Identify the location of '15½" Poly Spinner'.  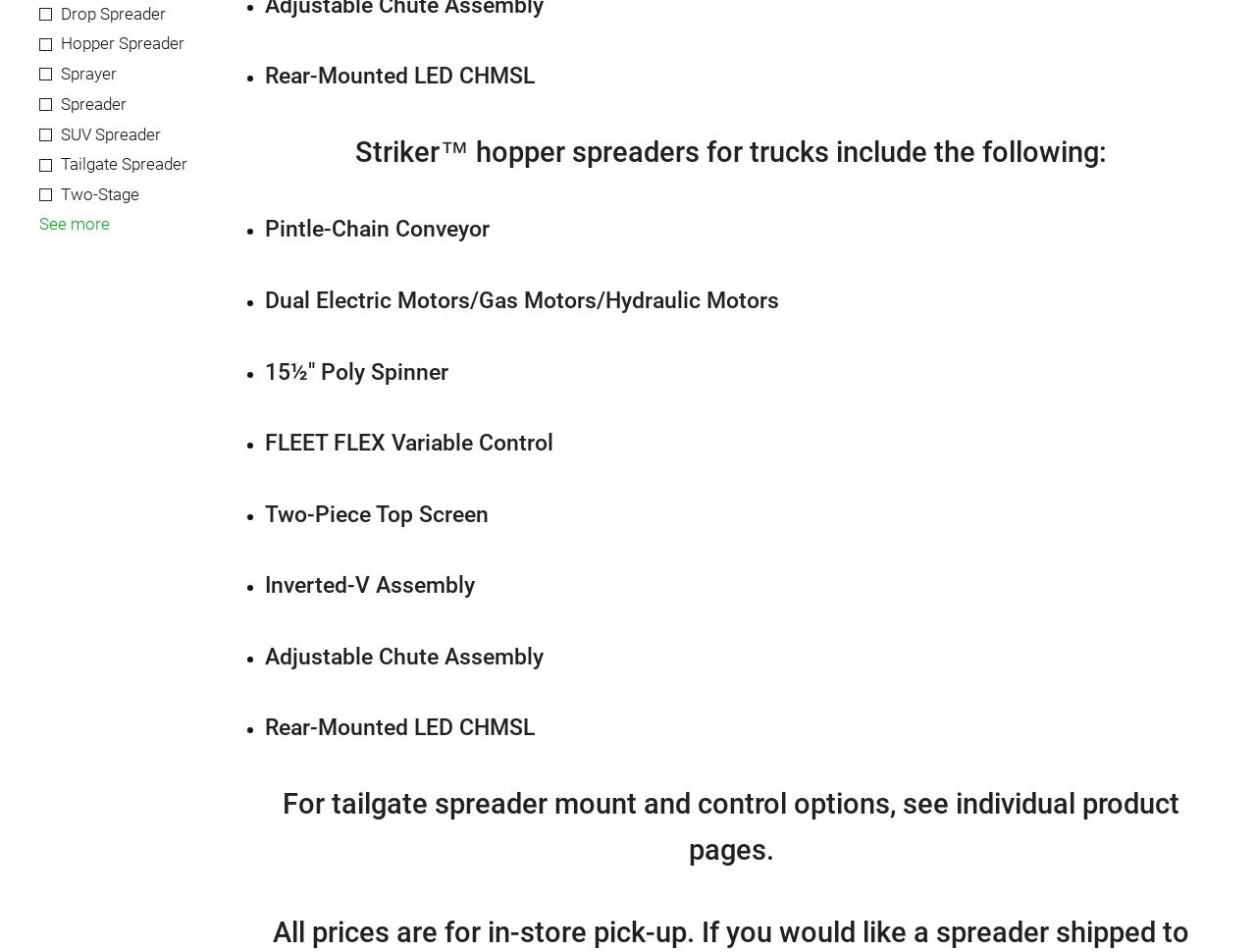
(356, 370).